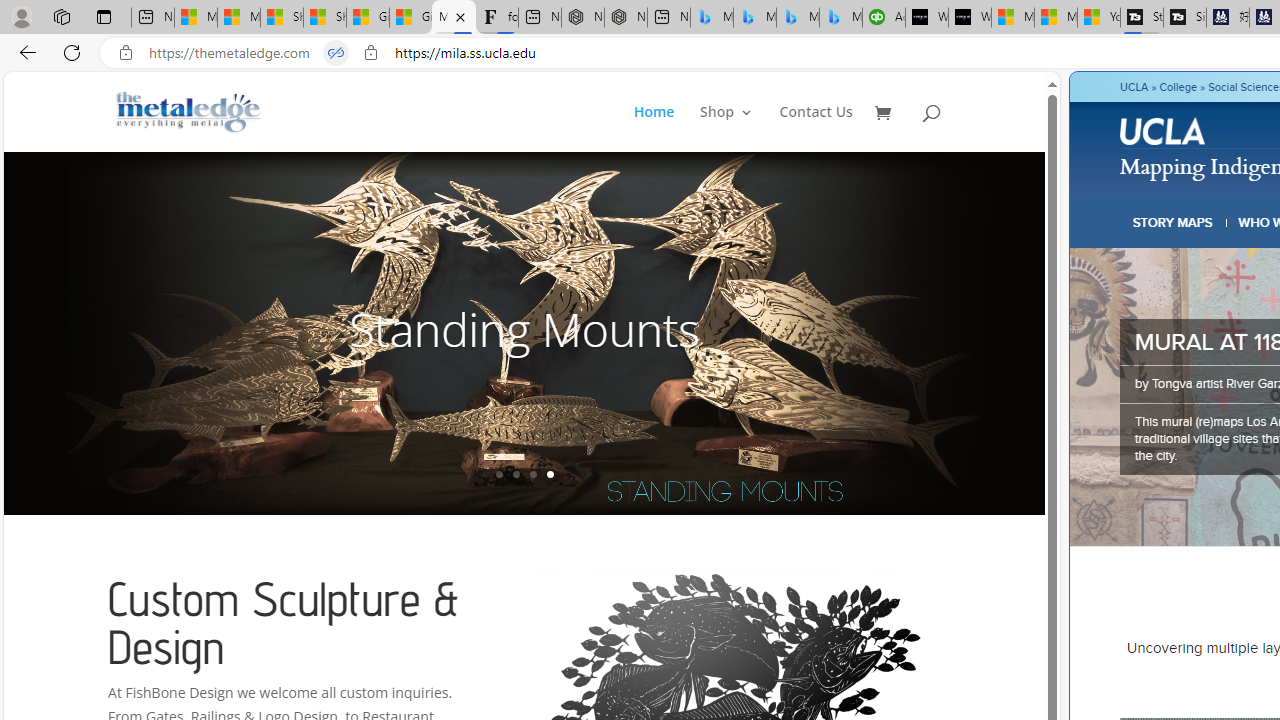 The width and height of the screenshot is (1280, 720). What do you see at coordinates (1164, 134) in the screenshot?
I see `'UCLA logo'` at bounding box center [1164, 134].